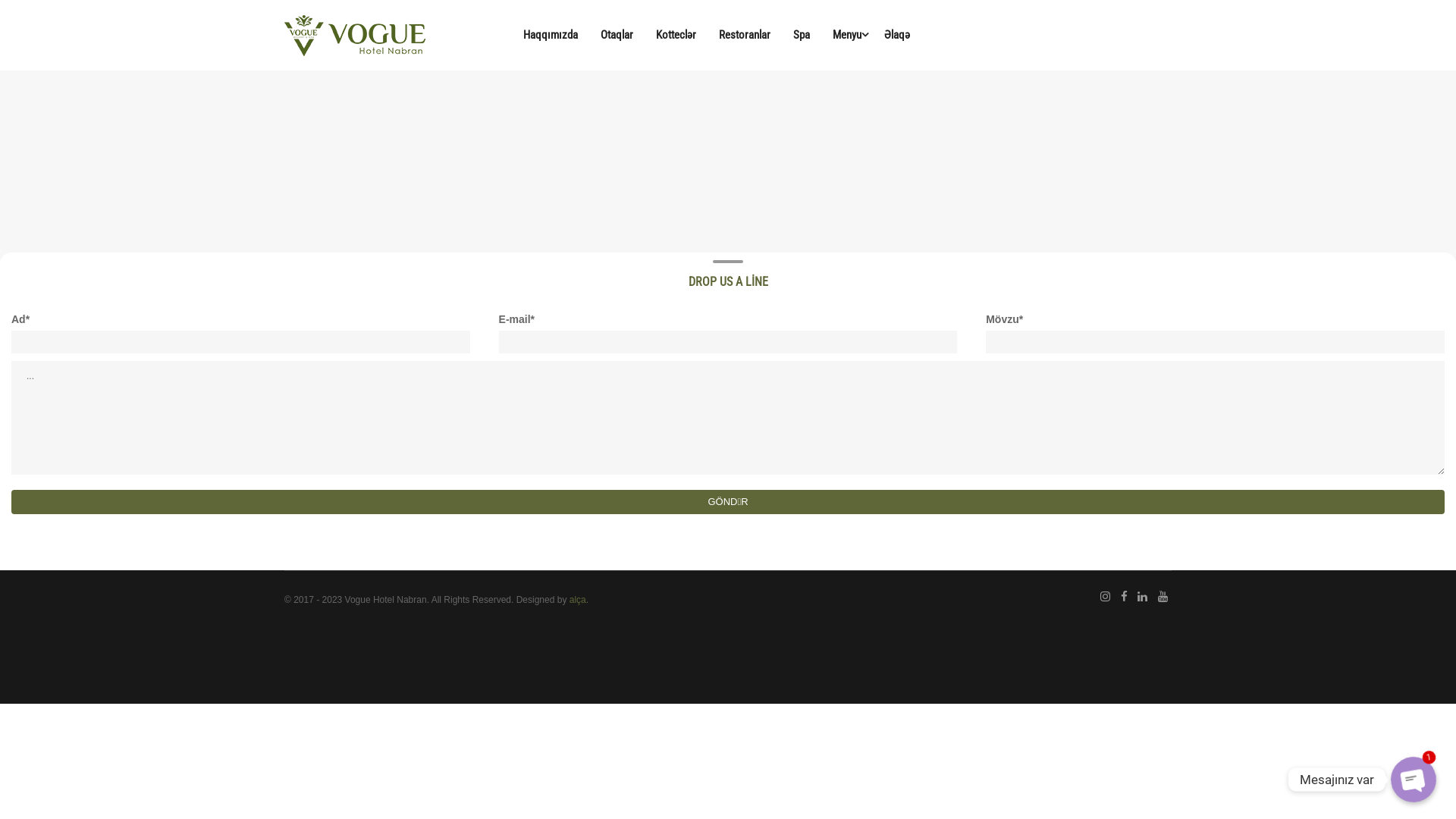 Image resolution: width=1456 pixels, height=819 pixels. Describe the element at coordinates (846, 34) in the screenshot. I see `'Menyu'` at that location.